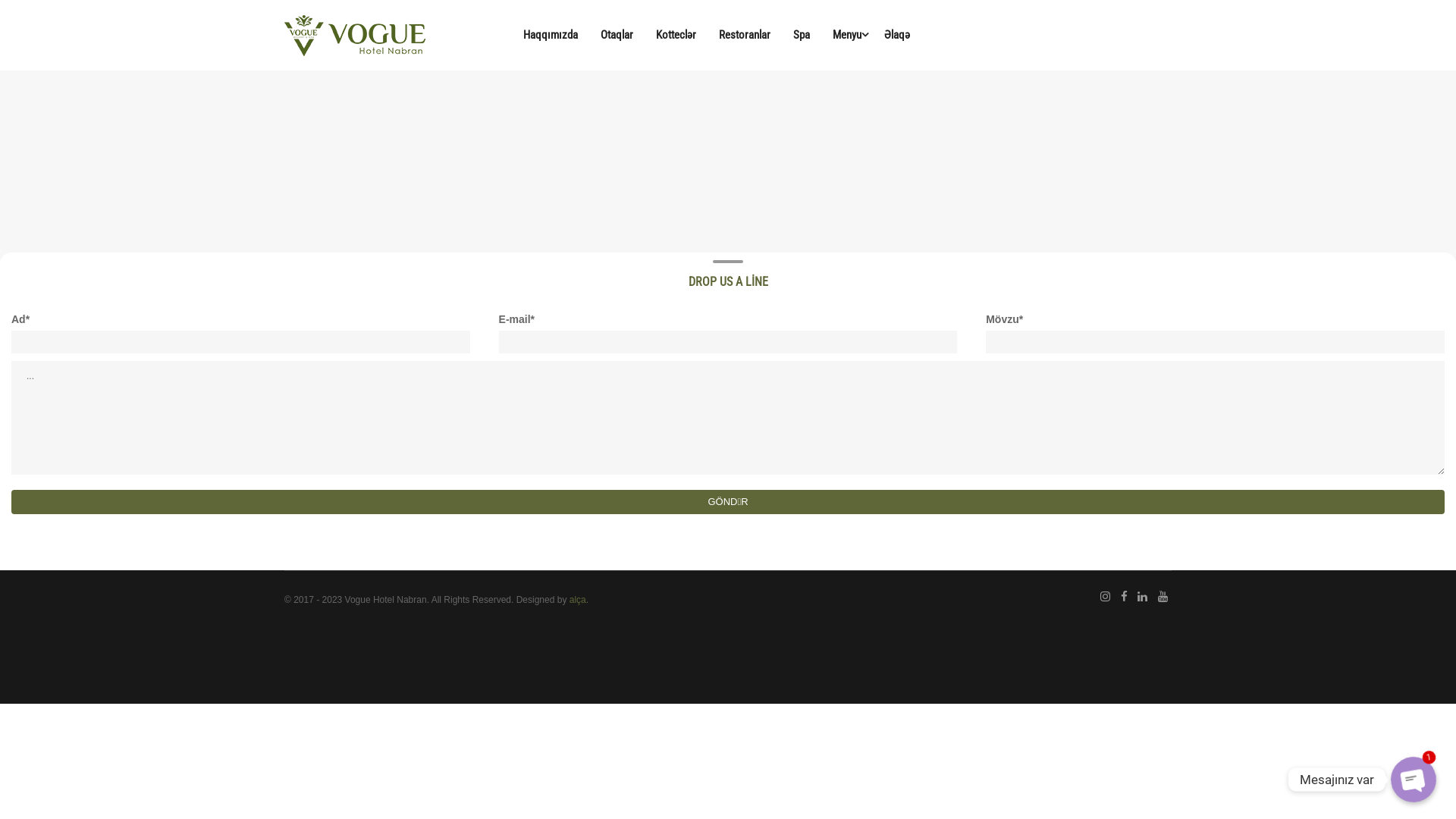 Image resolution: width=1456 pixels, height=819 pixels. Describe the element at coordinates (846, 34) in the screenshot. I see `'Menyu'` at that location.